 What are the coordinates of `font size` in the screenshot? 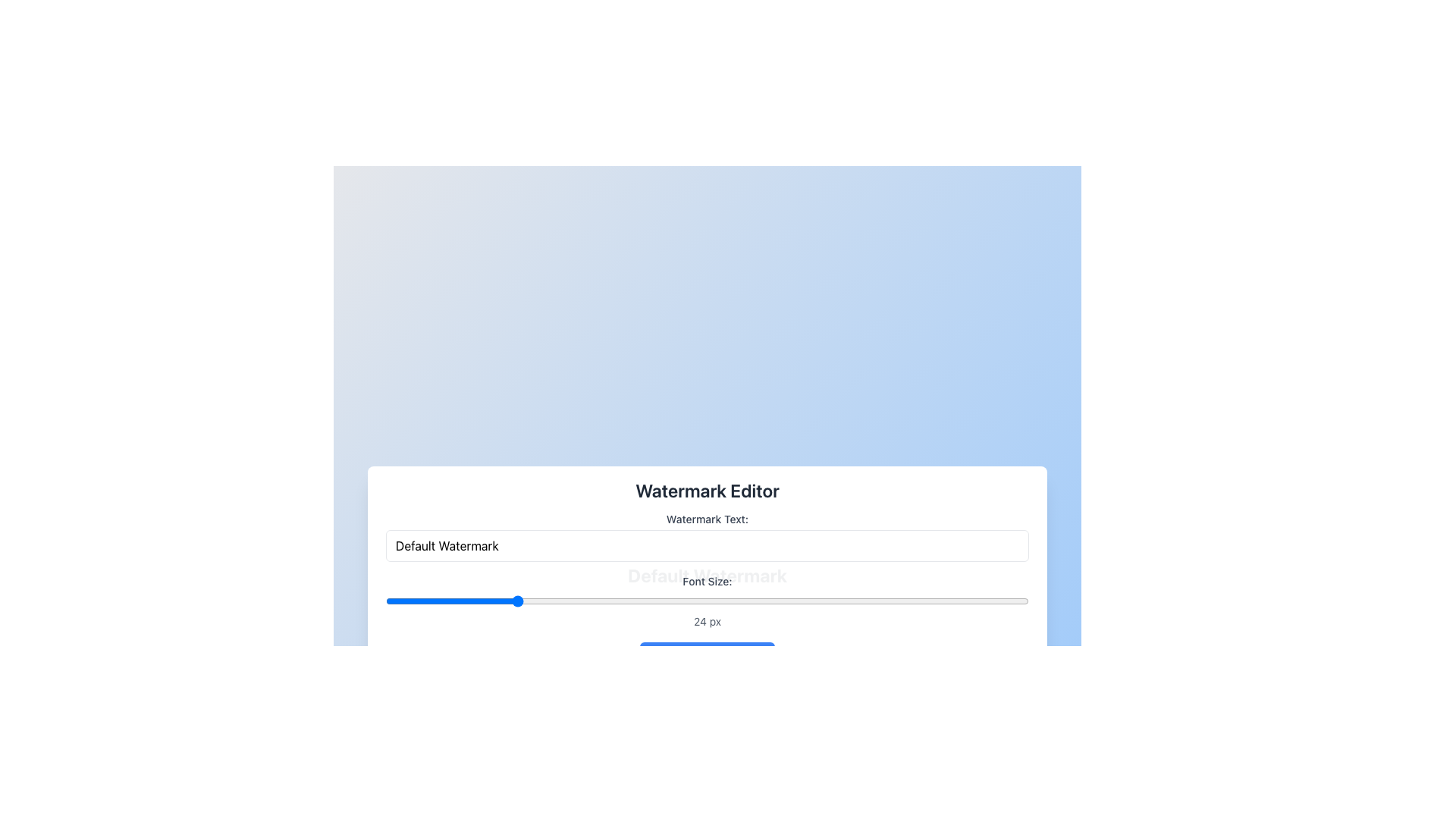 It's located at (440, 601).